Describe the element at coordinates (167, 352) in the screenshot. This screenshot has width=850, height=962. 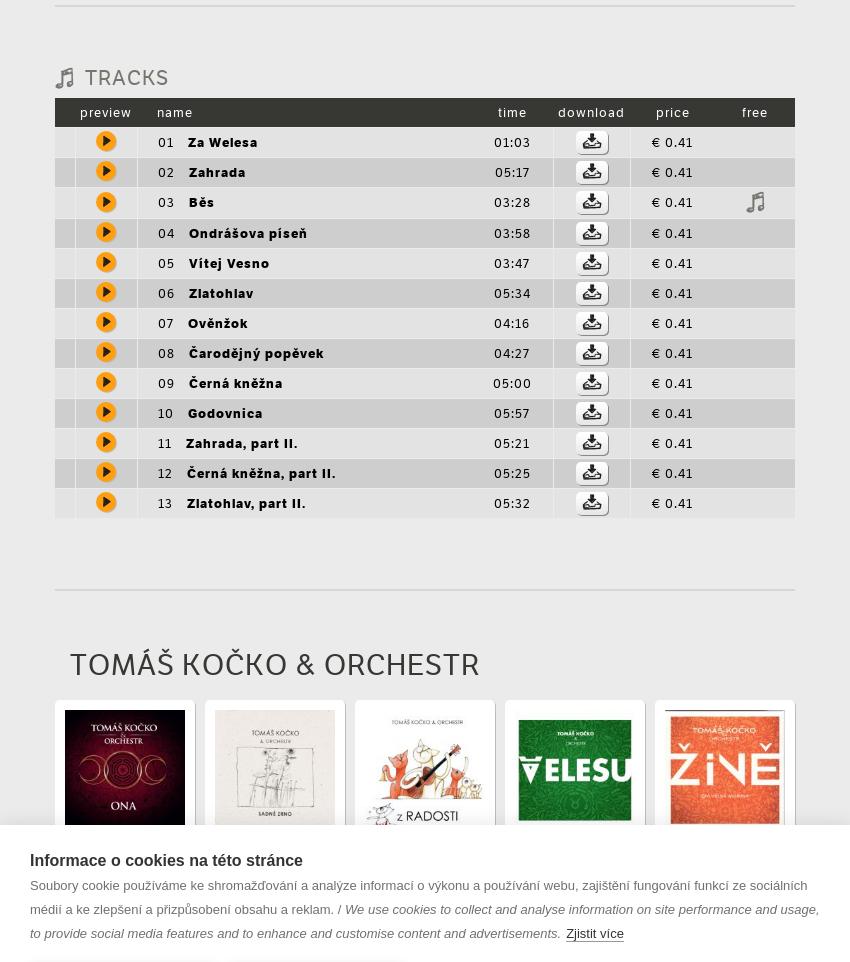
I see `'08'` at that location.